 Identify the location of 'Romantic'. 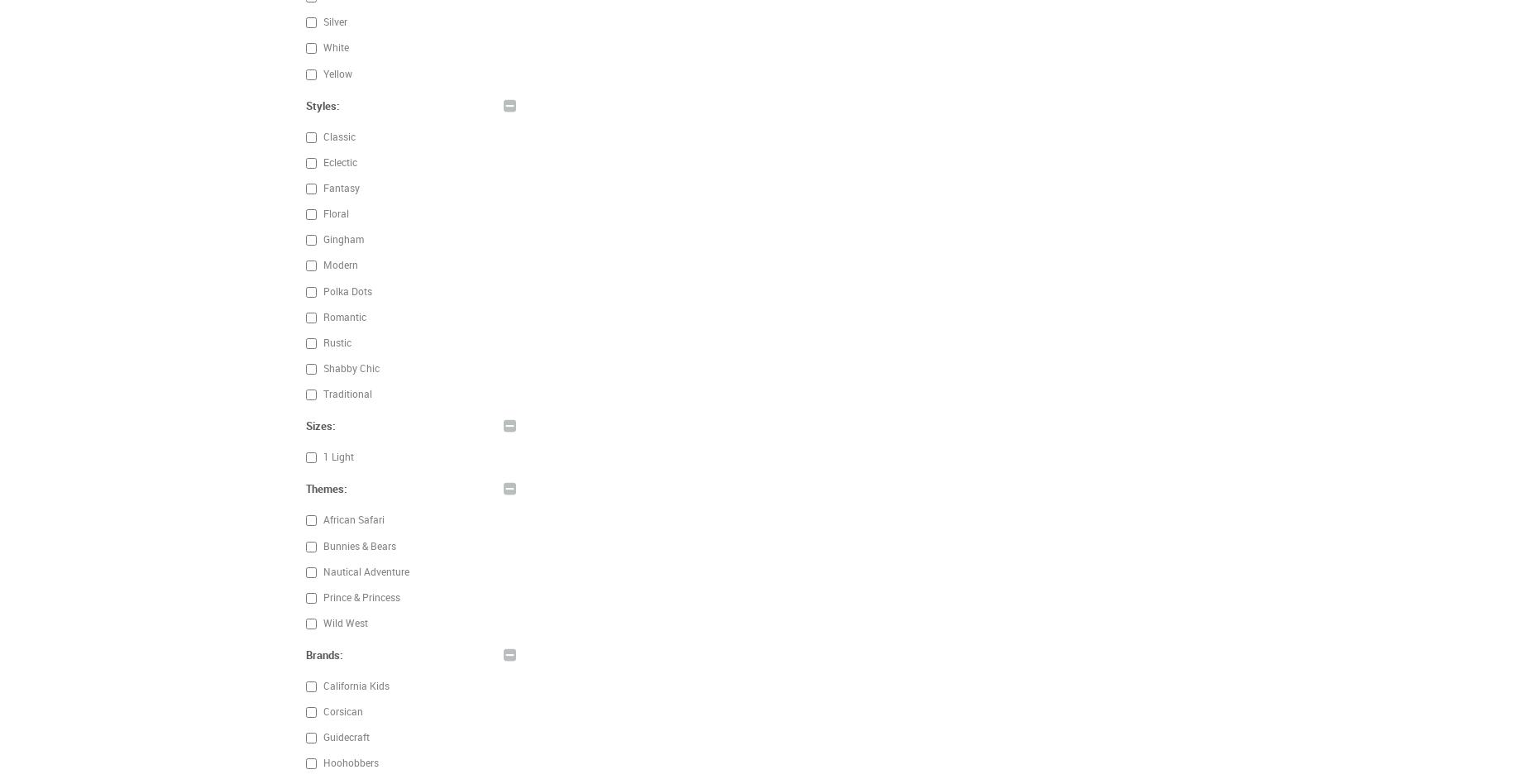
(319, 315).